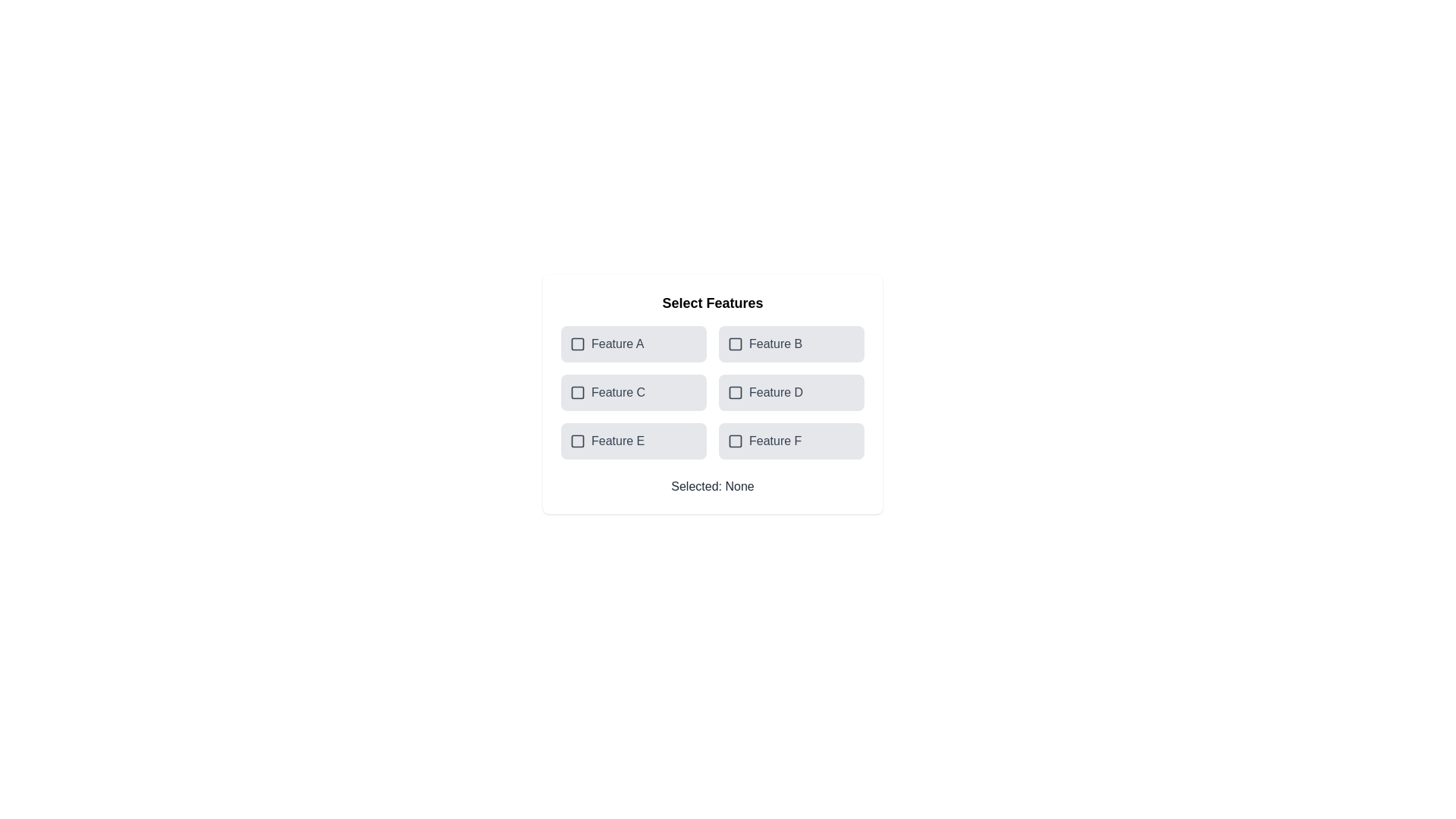  Describe the element at coordinates (617, 344) in the screenshot. I see `the 'Feature A' label, which is positioned in the top-left cell of the feature selection matrix adjacent to the checkbox` at that location.